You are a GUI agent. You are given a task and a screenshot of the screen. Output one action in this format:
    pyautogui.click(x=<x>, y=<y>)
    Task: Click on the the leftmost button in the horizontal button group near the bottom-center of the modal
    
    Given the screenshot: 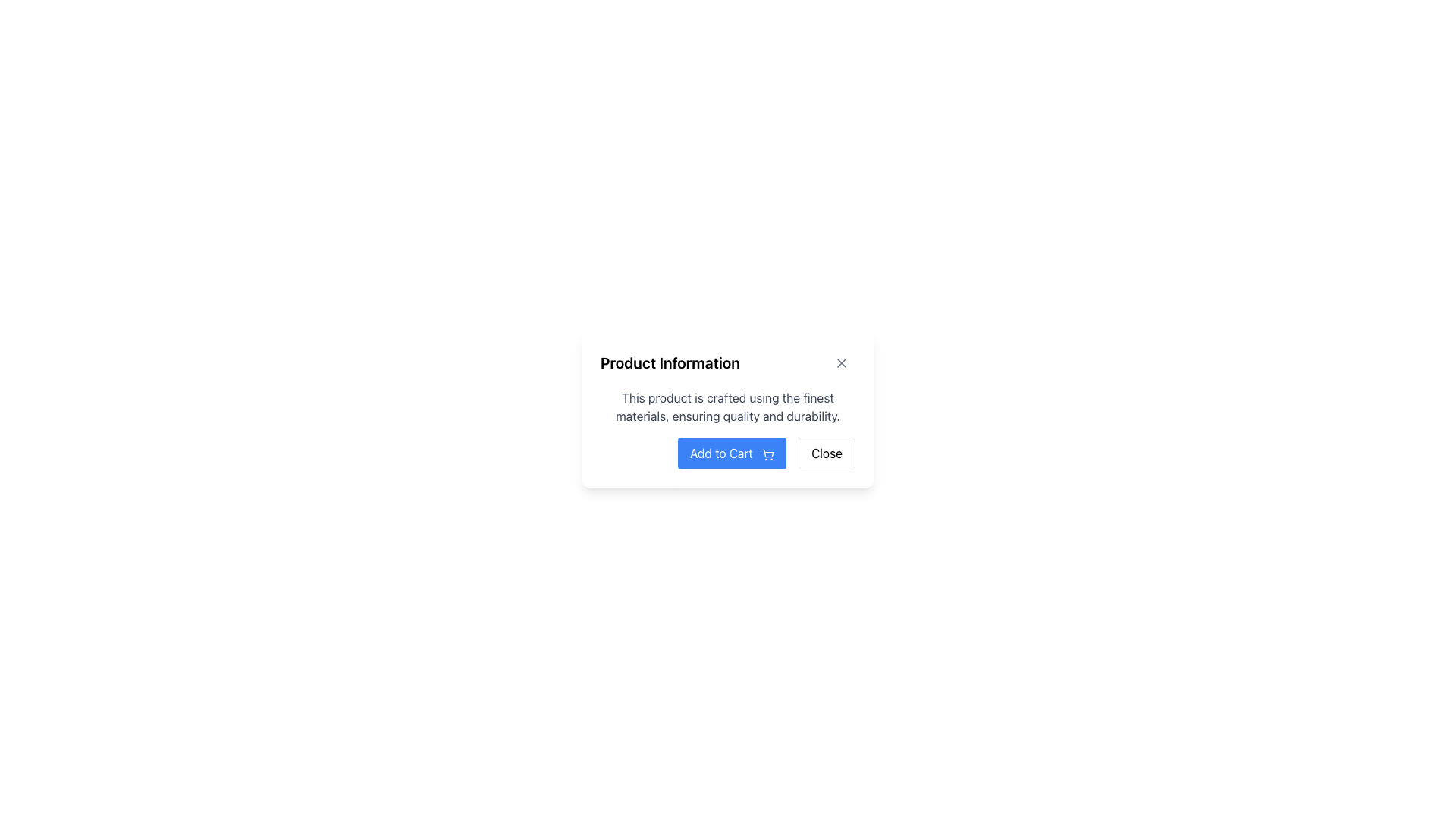 What is the action you would take?
    pyautogui.click(x=732, y=452)
    